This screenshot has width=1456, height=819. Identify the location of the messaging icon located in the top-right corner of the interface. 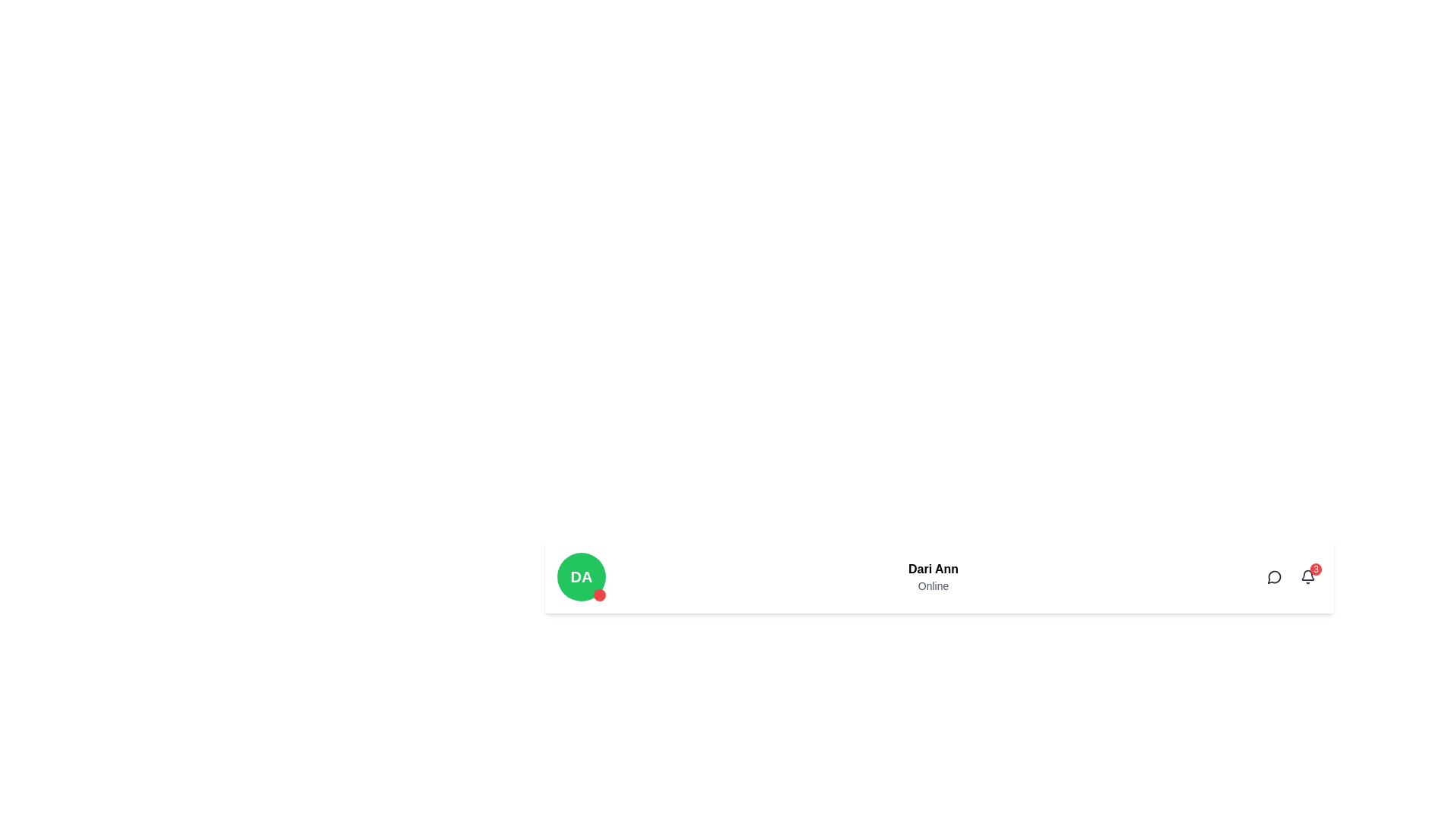
(1274, 576).